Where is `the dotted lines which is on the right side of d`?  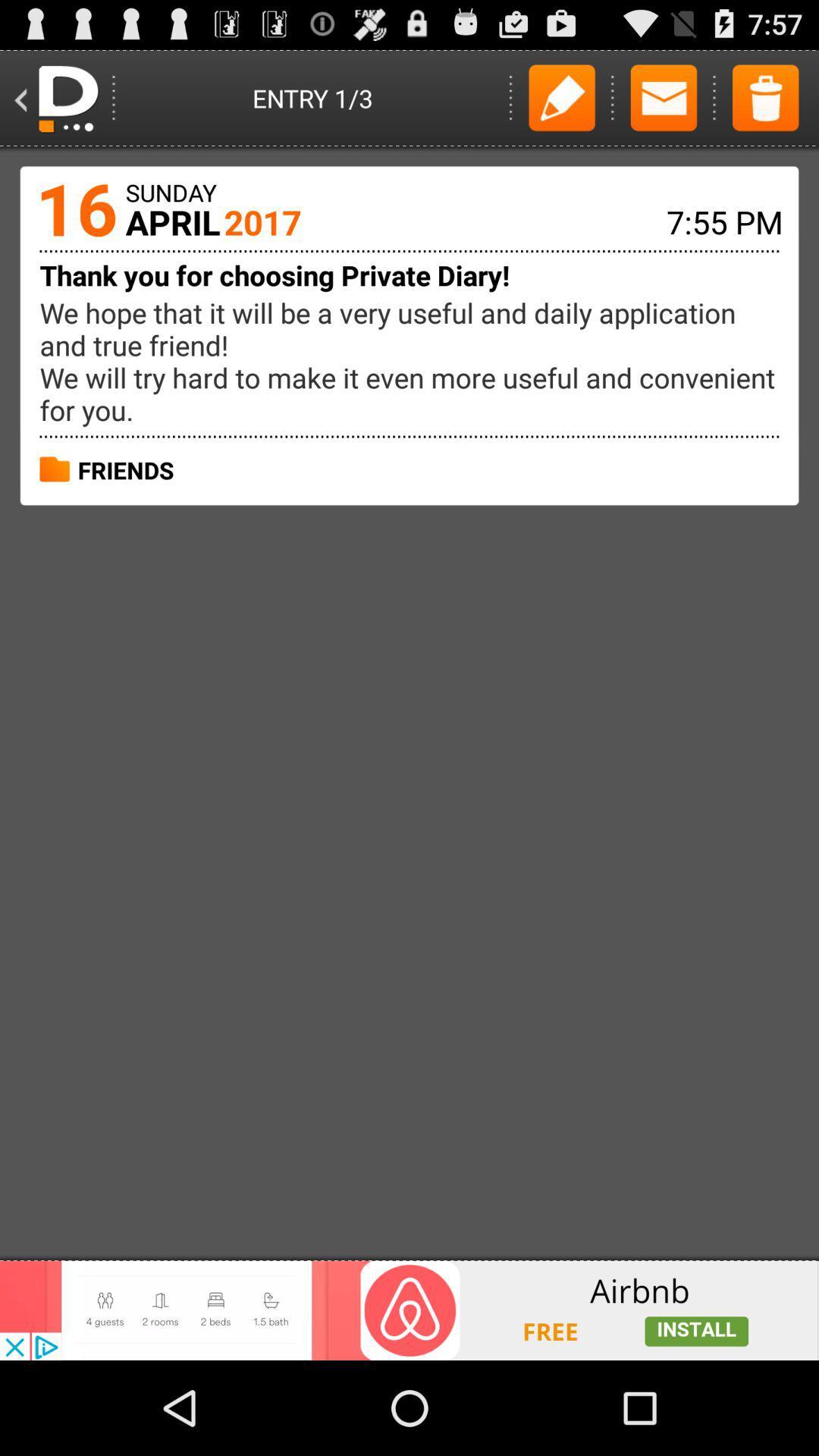
the dotted lines which is on the right side of d is located at coordinates (113, 97).